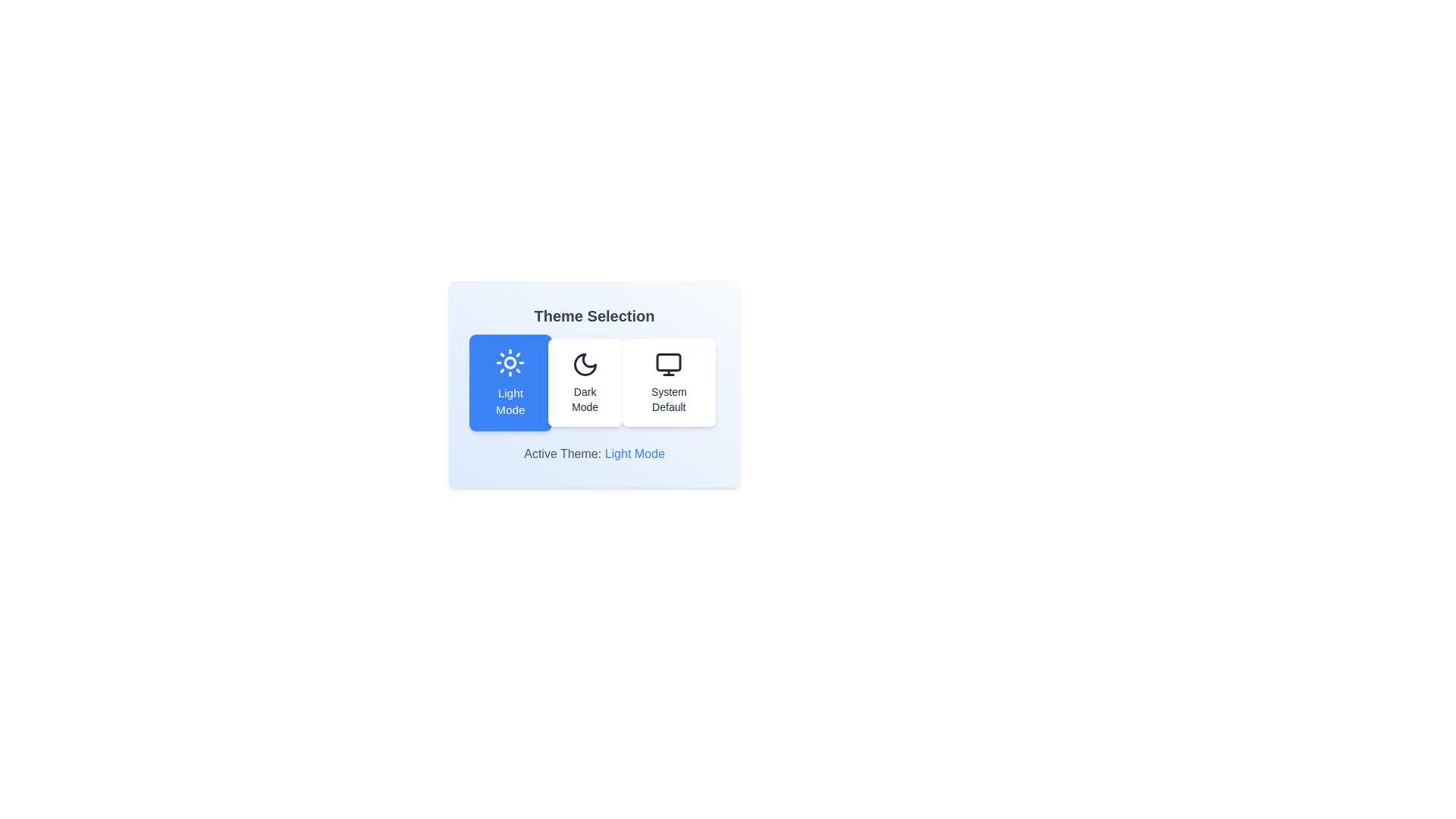  I want to click on the button corresponding to the theme System Default, so click(668, 382).